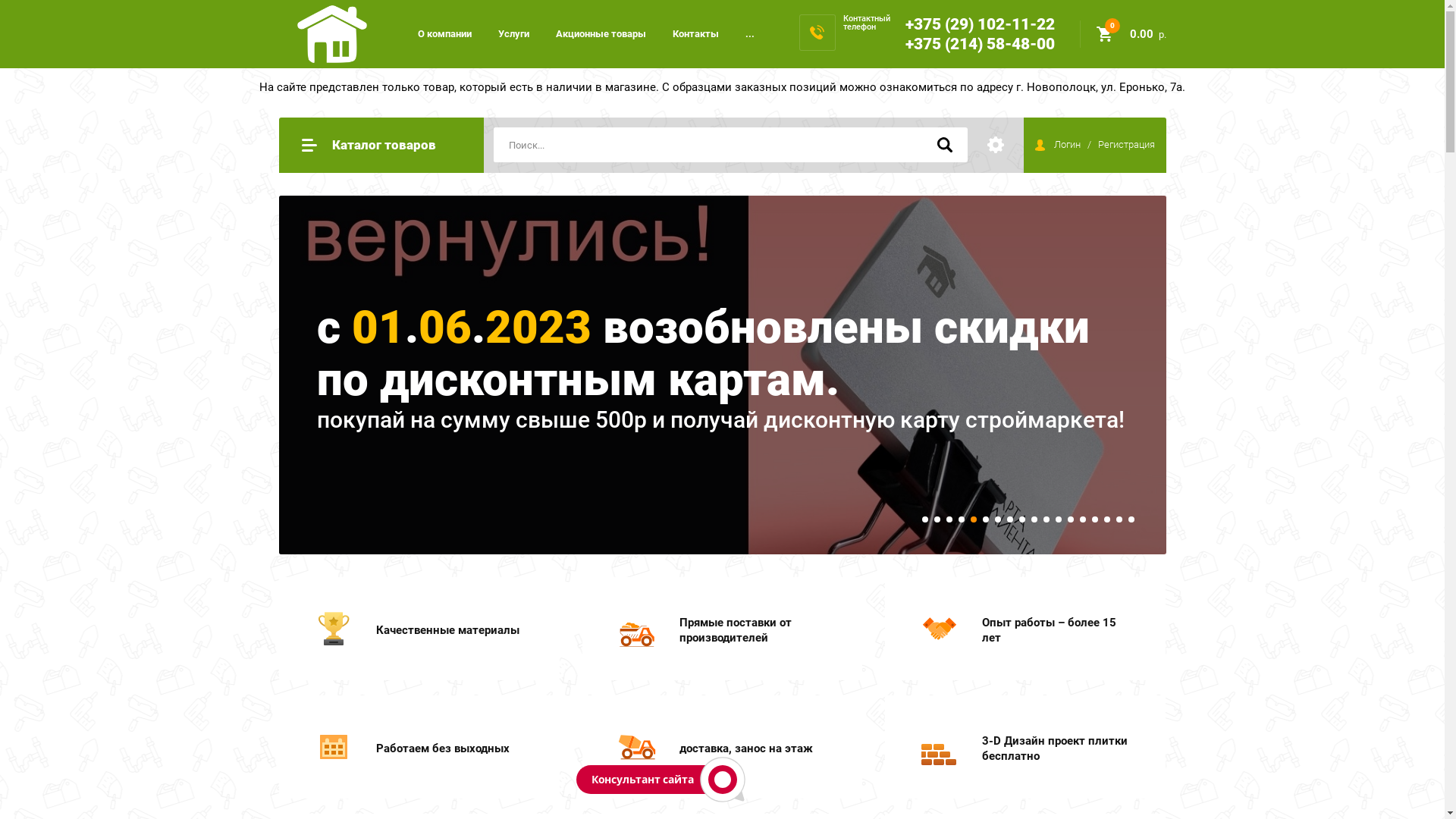 The image size is (1456, 819). Describe the element at coordinates (1046, 519) in the screenshot. I see `'11'` at that location.